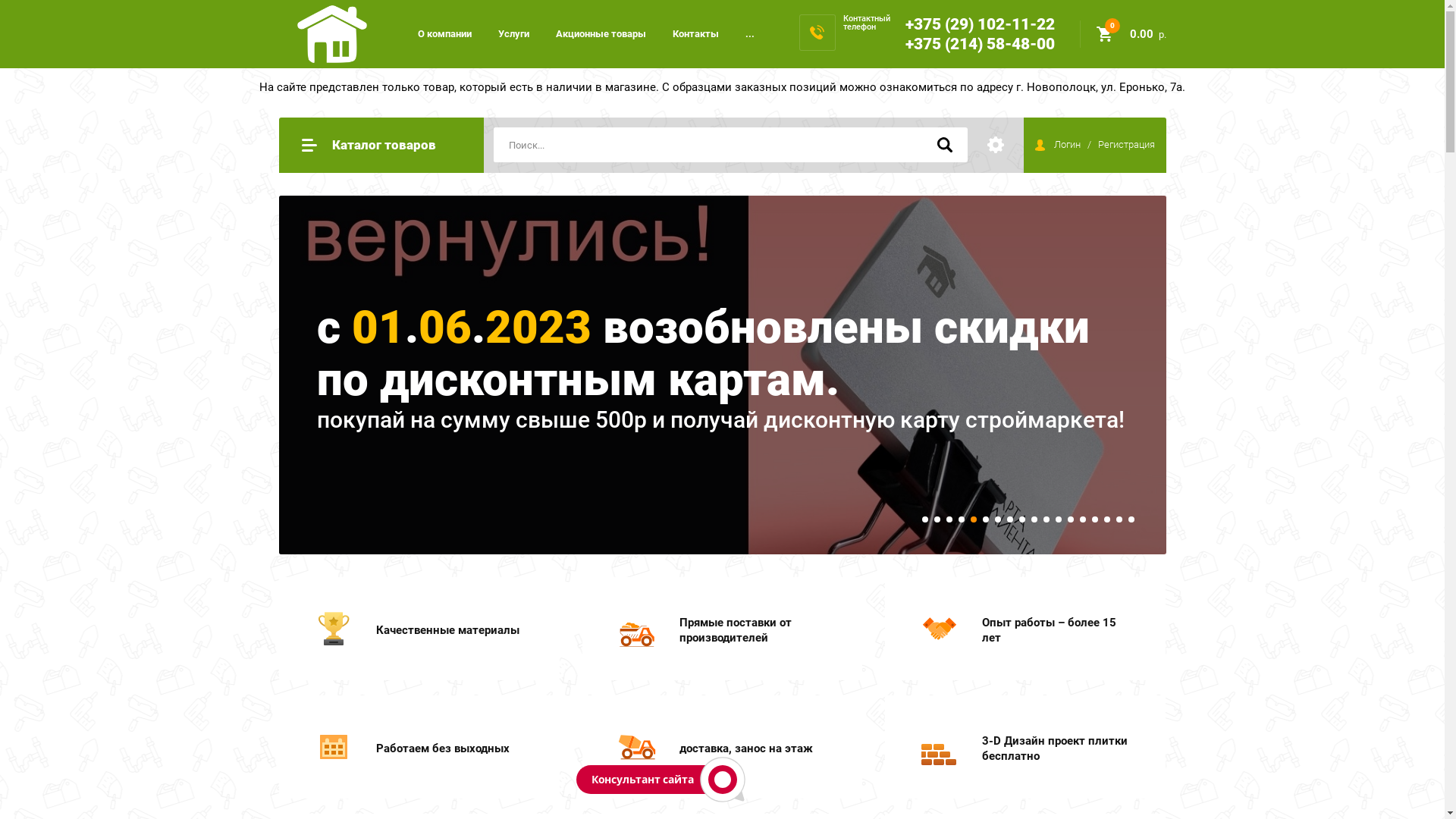 The image size is (1456, 819). Describe the element at coordinates (1046, 519) in the screenshot. I see `'11'` at that location.